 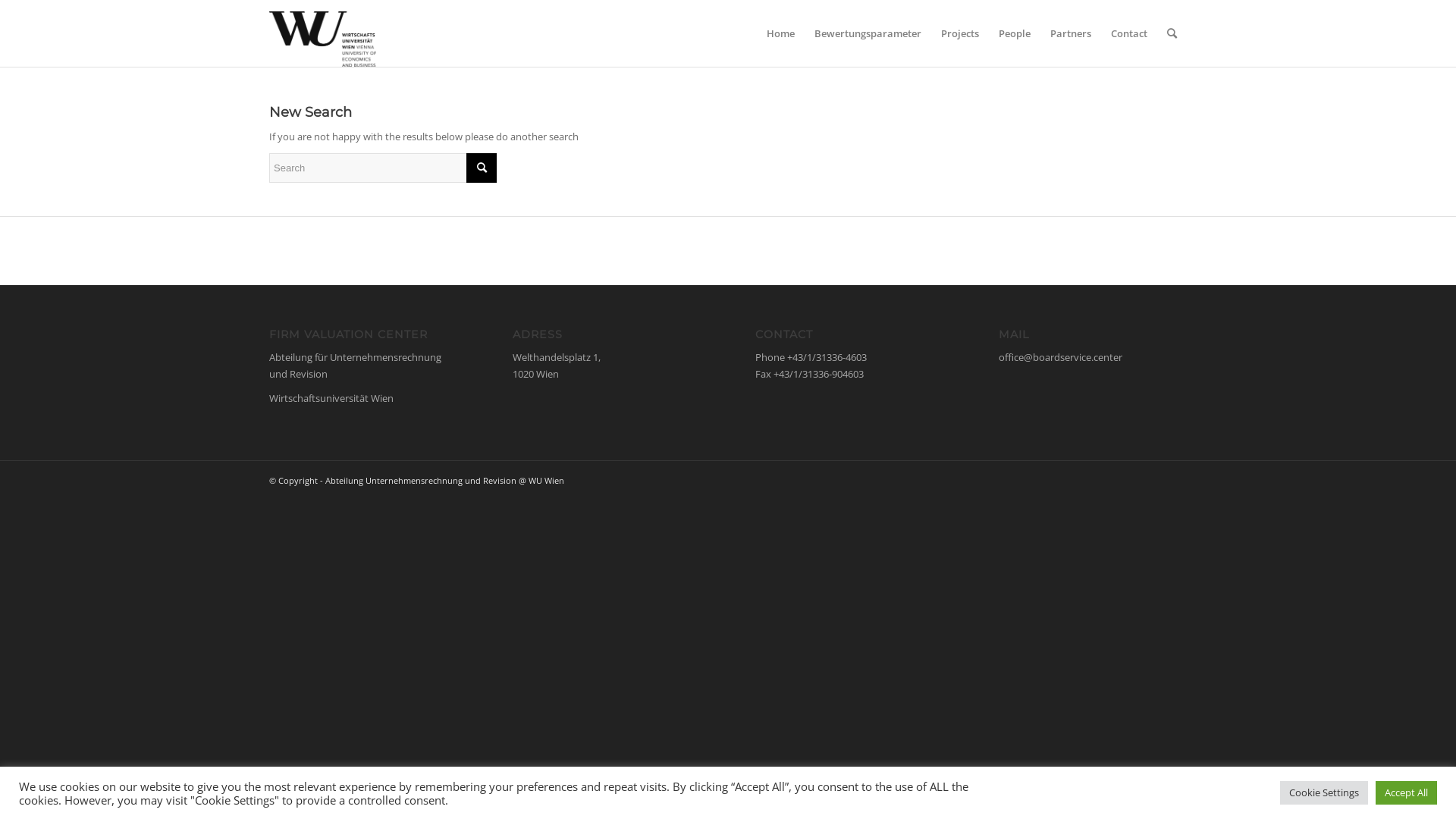 What do you see at coordinates (959, 33) in the screenshot?
I see `'Projects'` at bounding box center [959, 33].